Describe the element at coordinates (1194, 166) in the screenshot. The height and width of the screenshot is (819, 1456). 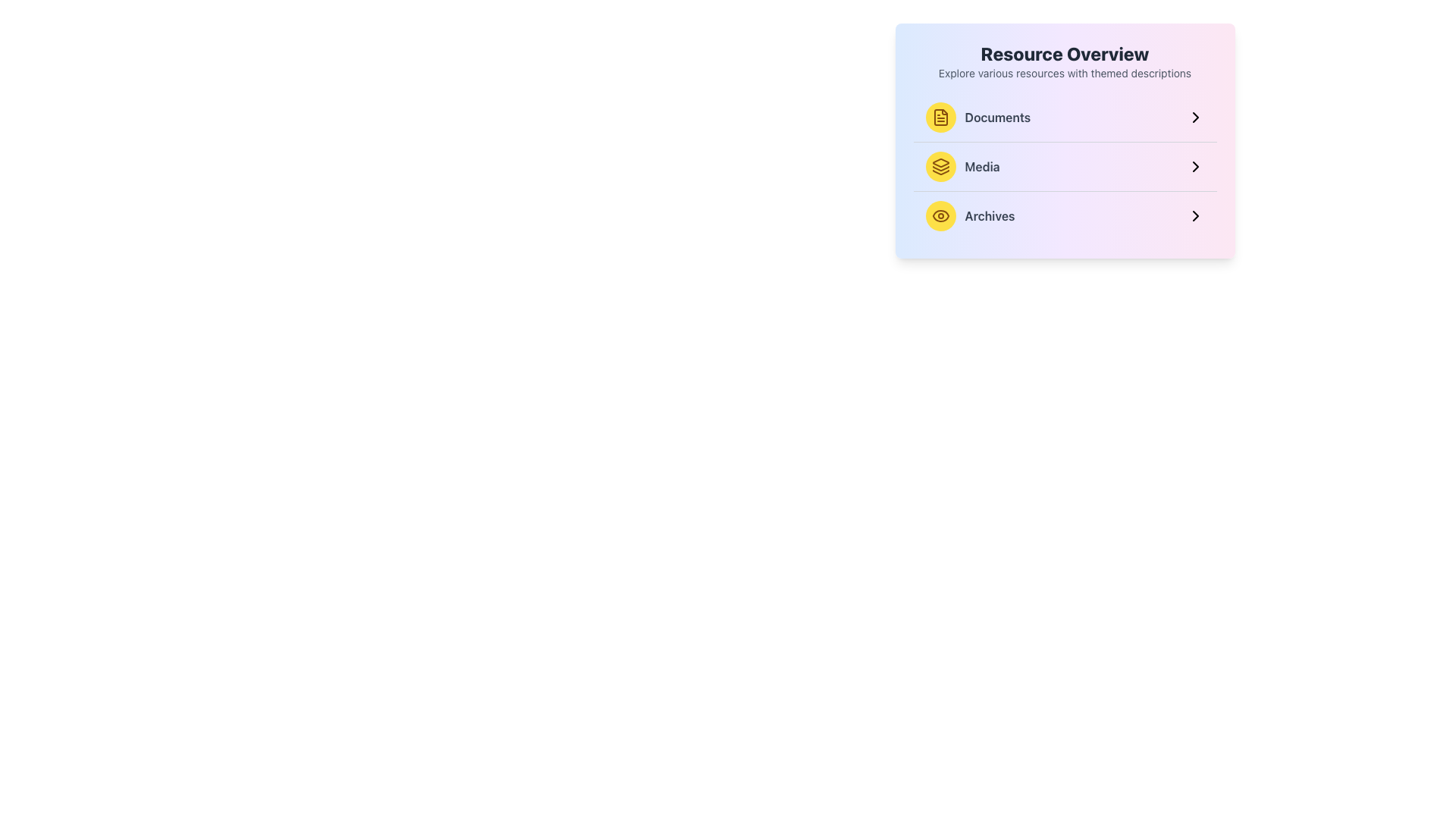
I see `the rightward-pointing chevron icon located in the 'Resource Overview' section, positioned to the right of the 'Media' label` at that location.